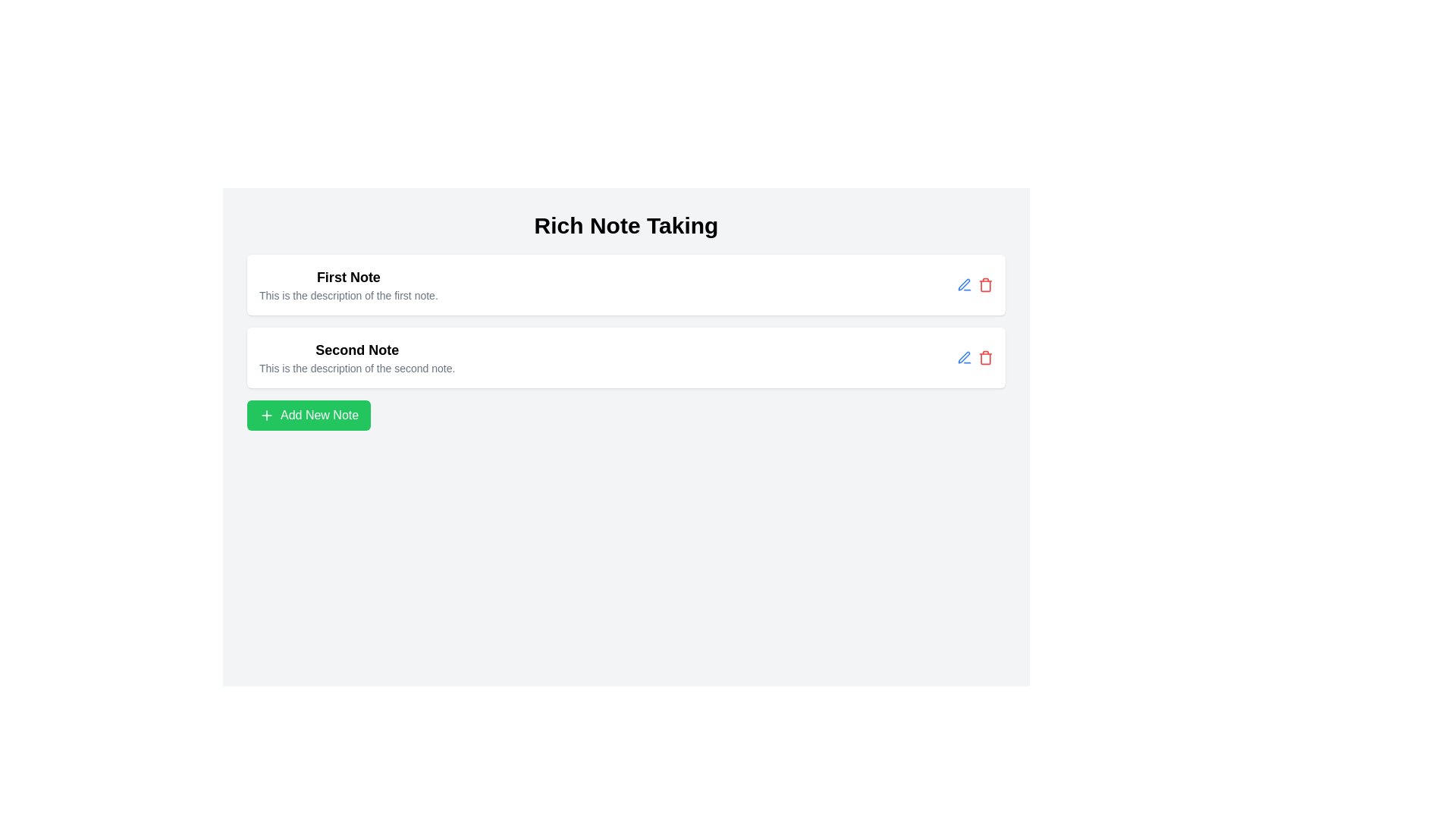 The width and height of the screenshot is (1456, 819). I want to click on the group of action buttons (icons: edit and delete) located in the rightmost section of the rectangular card labeled 'First Note', so click(975, 284).